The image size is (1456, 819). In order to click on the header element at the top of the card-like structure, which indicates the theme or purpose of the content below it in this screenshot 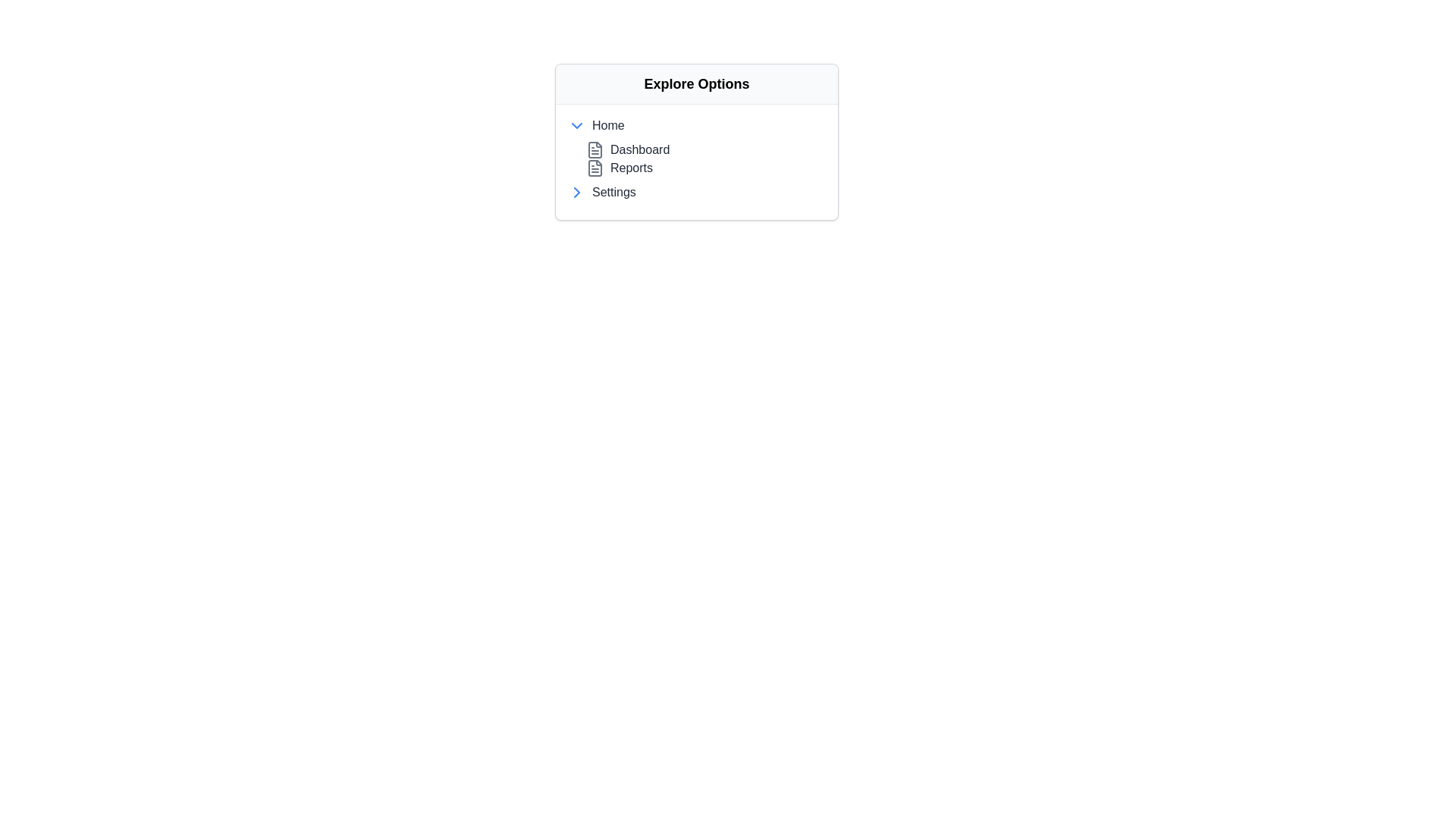, I will do `click(695, 84)`.